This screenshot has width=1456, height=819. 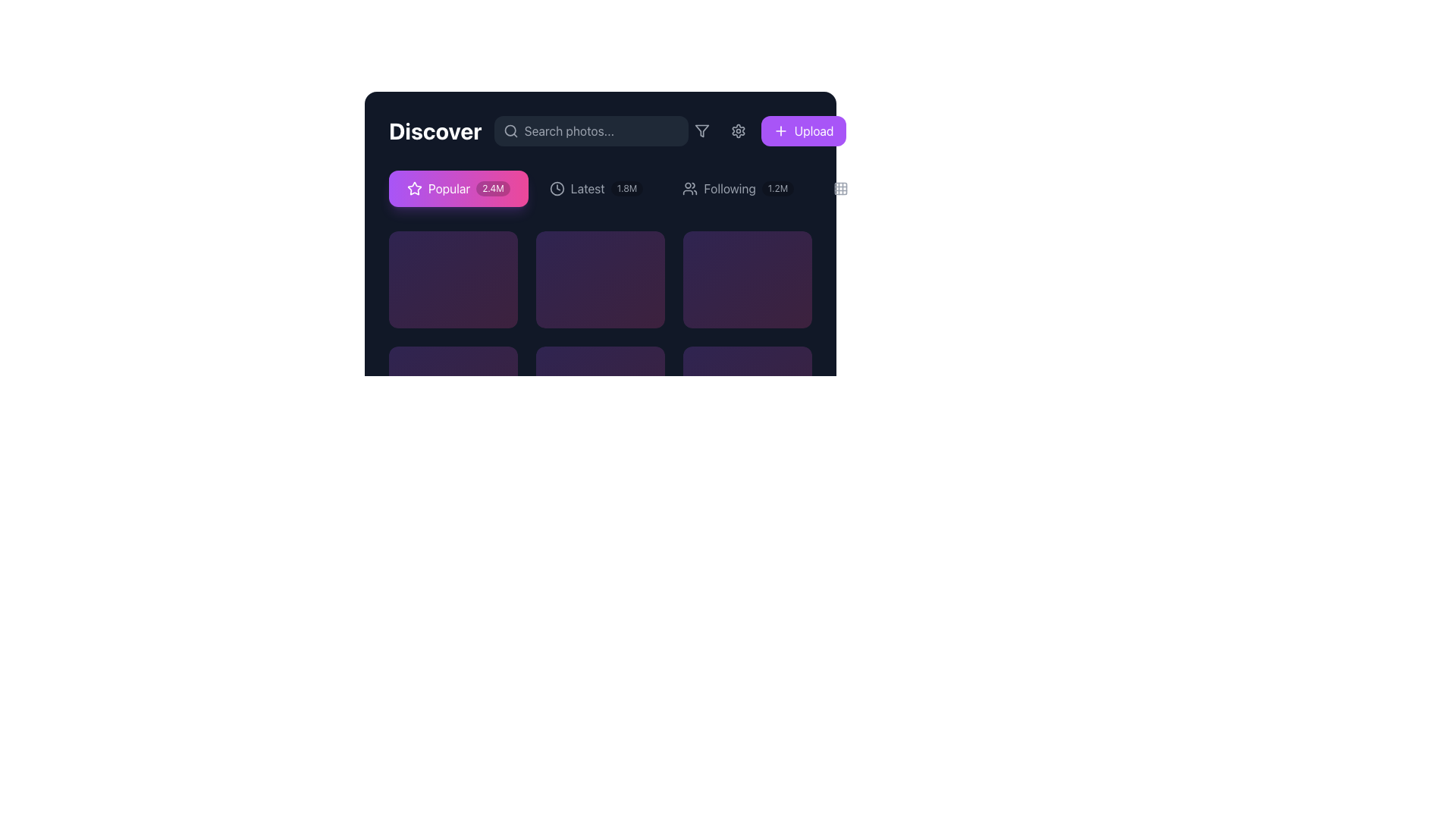 What do you see at coordinates (840, 188) in the screenshot?
I see `the grid icon located in the leftmost section of the collection navigation, positioned immediately before the text label 'Collections'` at bounding box center [840, 188].